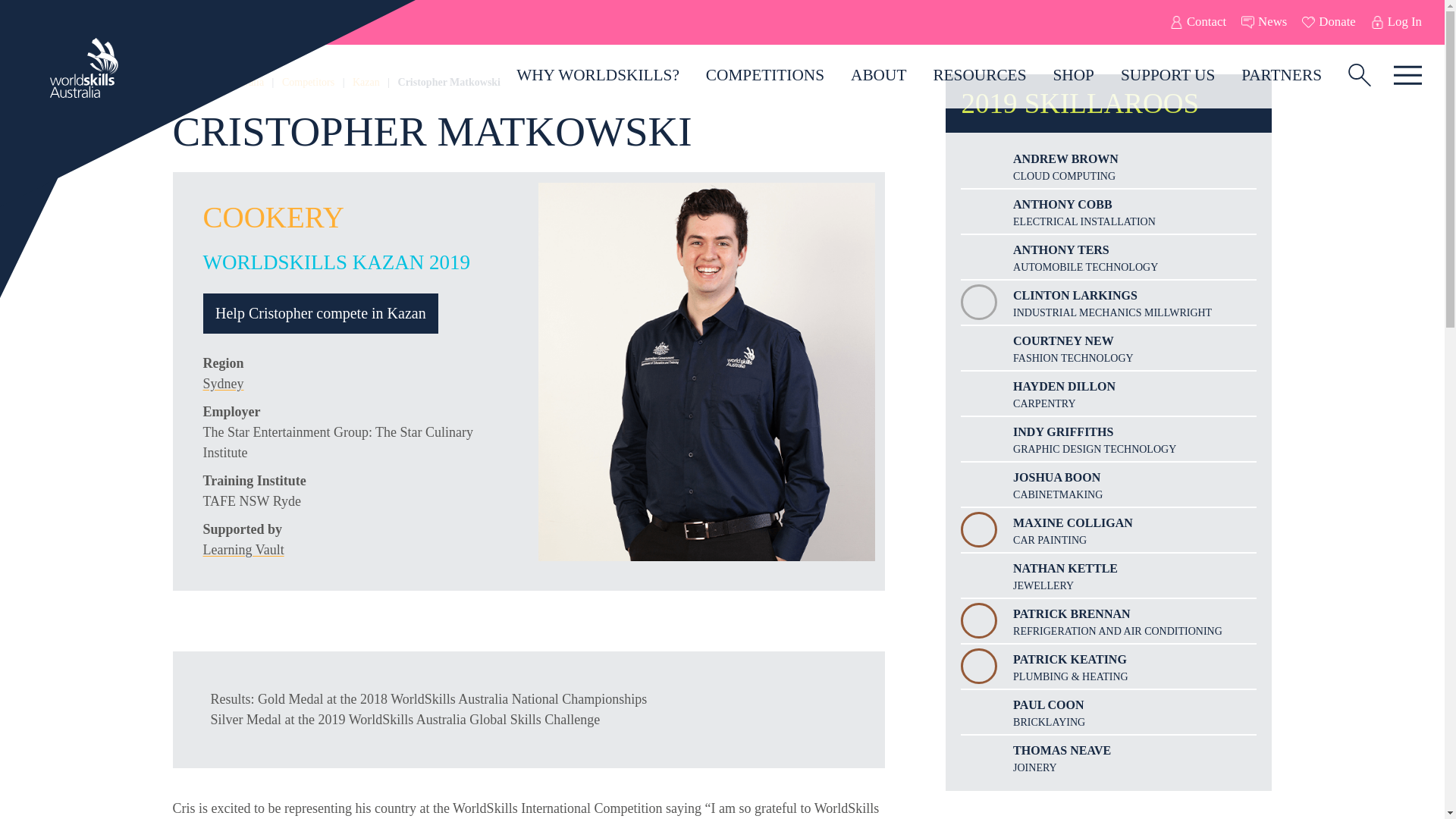 This screenshot has width=1456, height=819. What do you see at coordinates (597, 75) in the screenshot?
I see `'WHY WORLDSKILLS?'` at bounding box center [597, 75].